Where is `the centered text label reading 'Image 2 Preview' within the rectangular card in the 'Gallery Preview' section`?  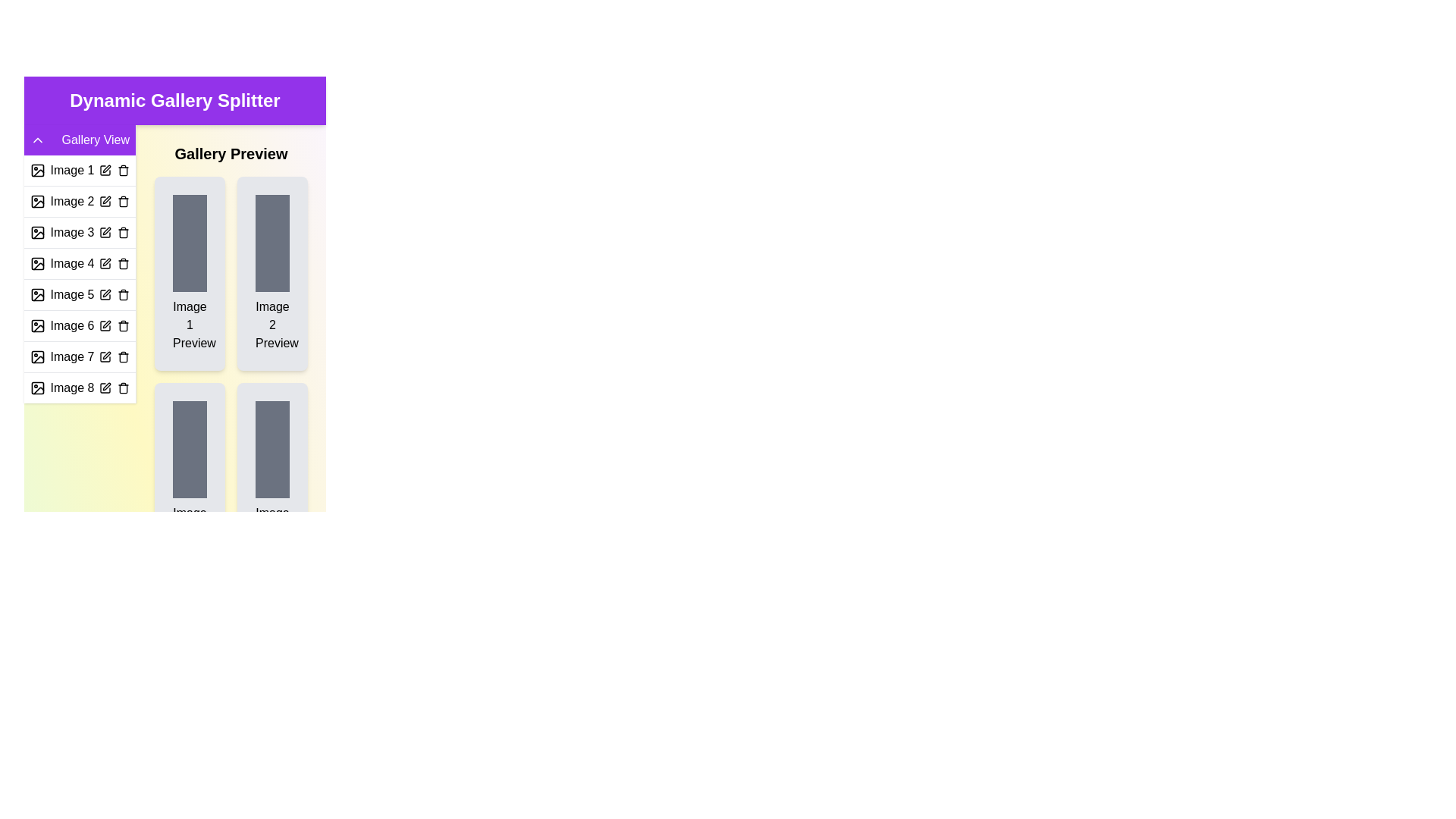
the centered text label reading 'Image 2 Preview' within the rectangular card in the 'Gallery Preview' section is located at coordinates (272, 324).